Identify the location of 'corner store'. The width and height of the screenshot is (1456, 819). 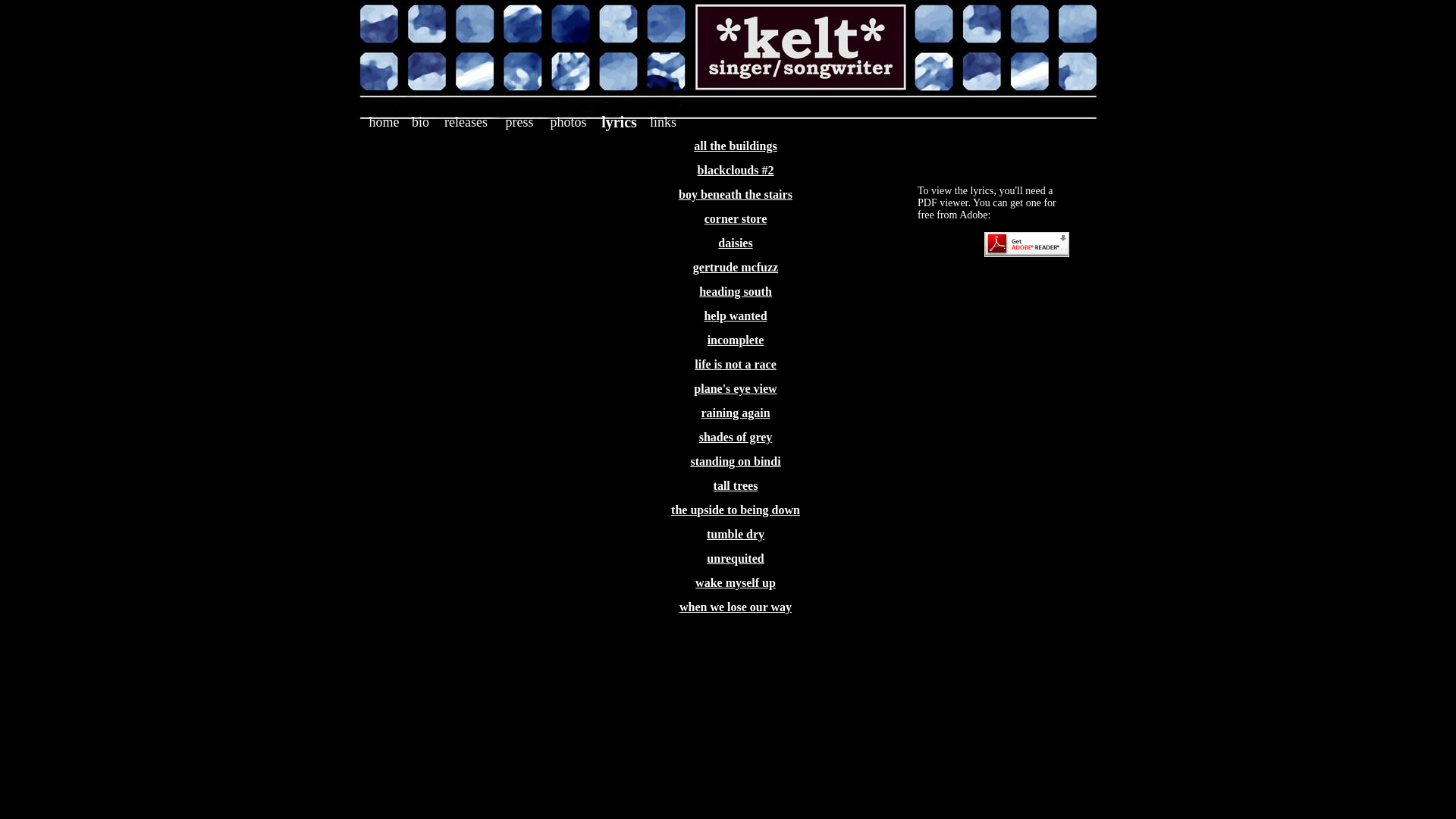
(704, 218).